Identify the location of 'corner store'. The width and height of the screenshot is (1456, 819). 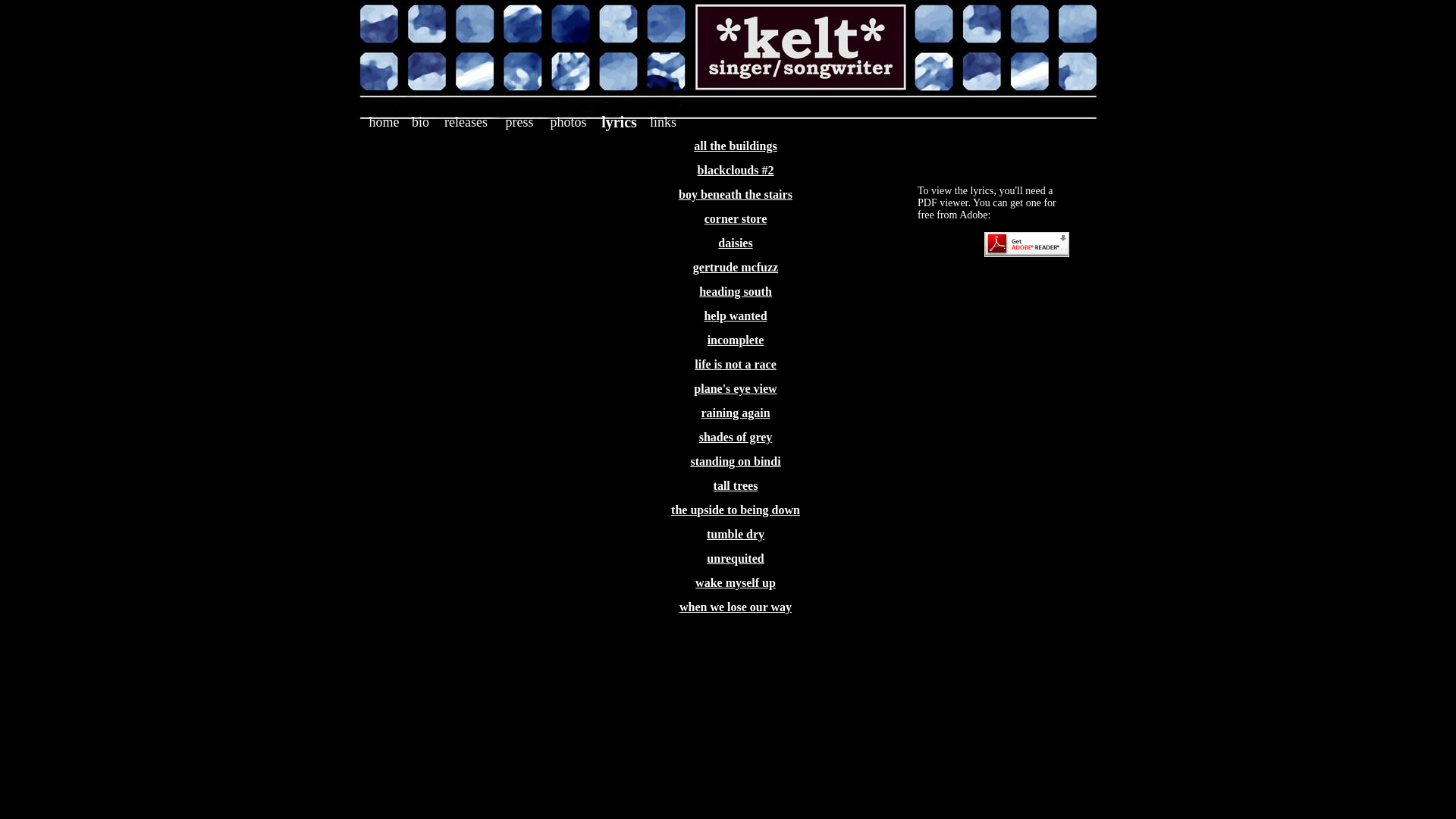
(704, 218).